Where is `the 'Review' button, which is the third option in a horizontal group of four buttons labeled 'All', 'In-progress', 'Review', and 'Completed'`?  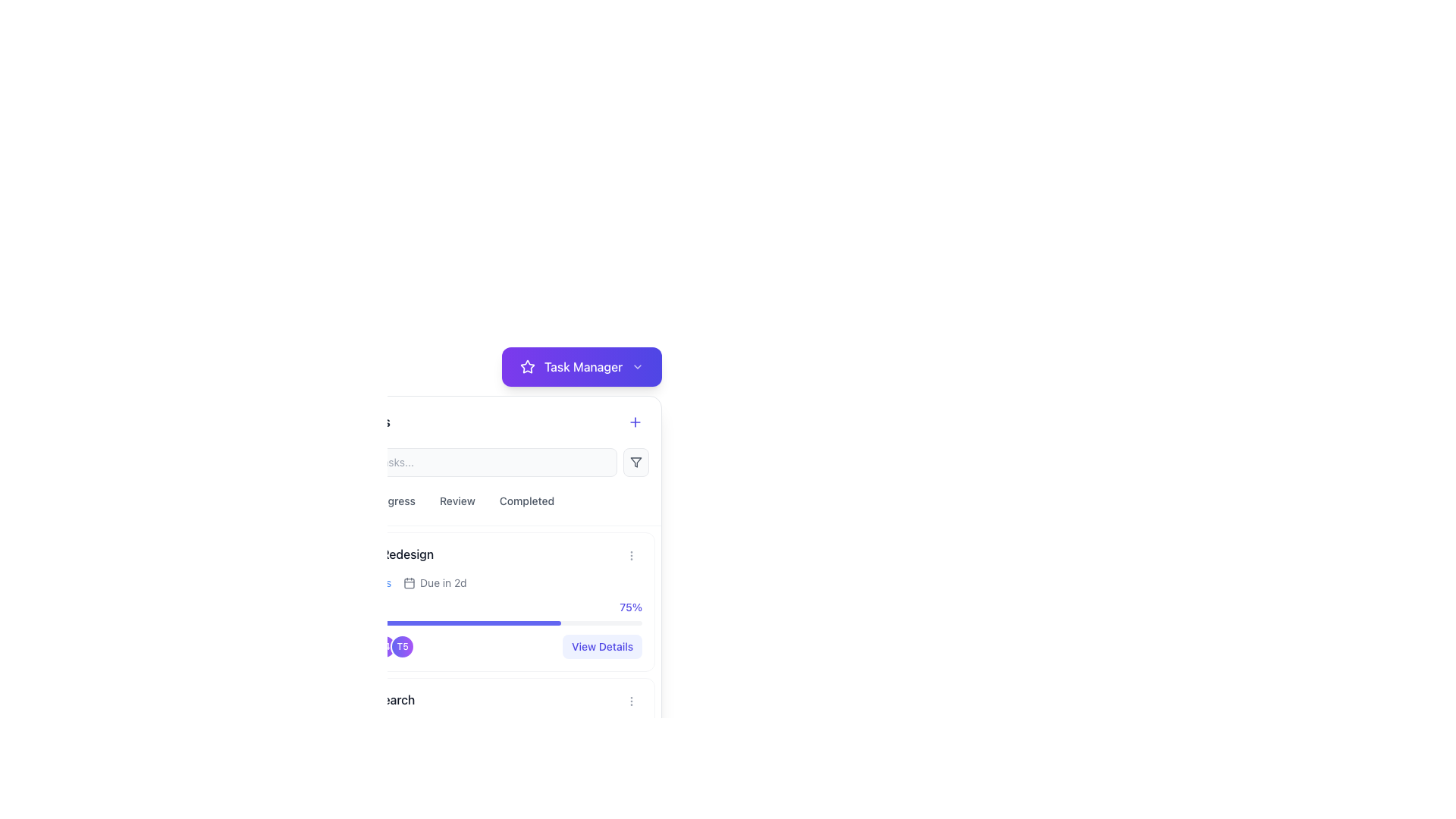
the 'Review' button, which is the third option in a horizontal group of four buttons labeled 'All', 'In-progress', 'Review', and 'Completed' is located at coordinates (457, 500).